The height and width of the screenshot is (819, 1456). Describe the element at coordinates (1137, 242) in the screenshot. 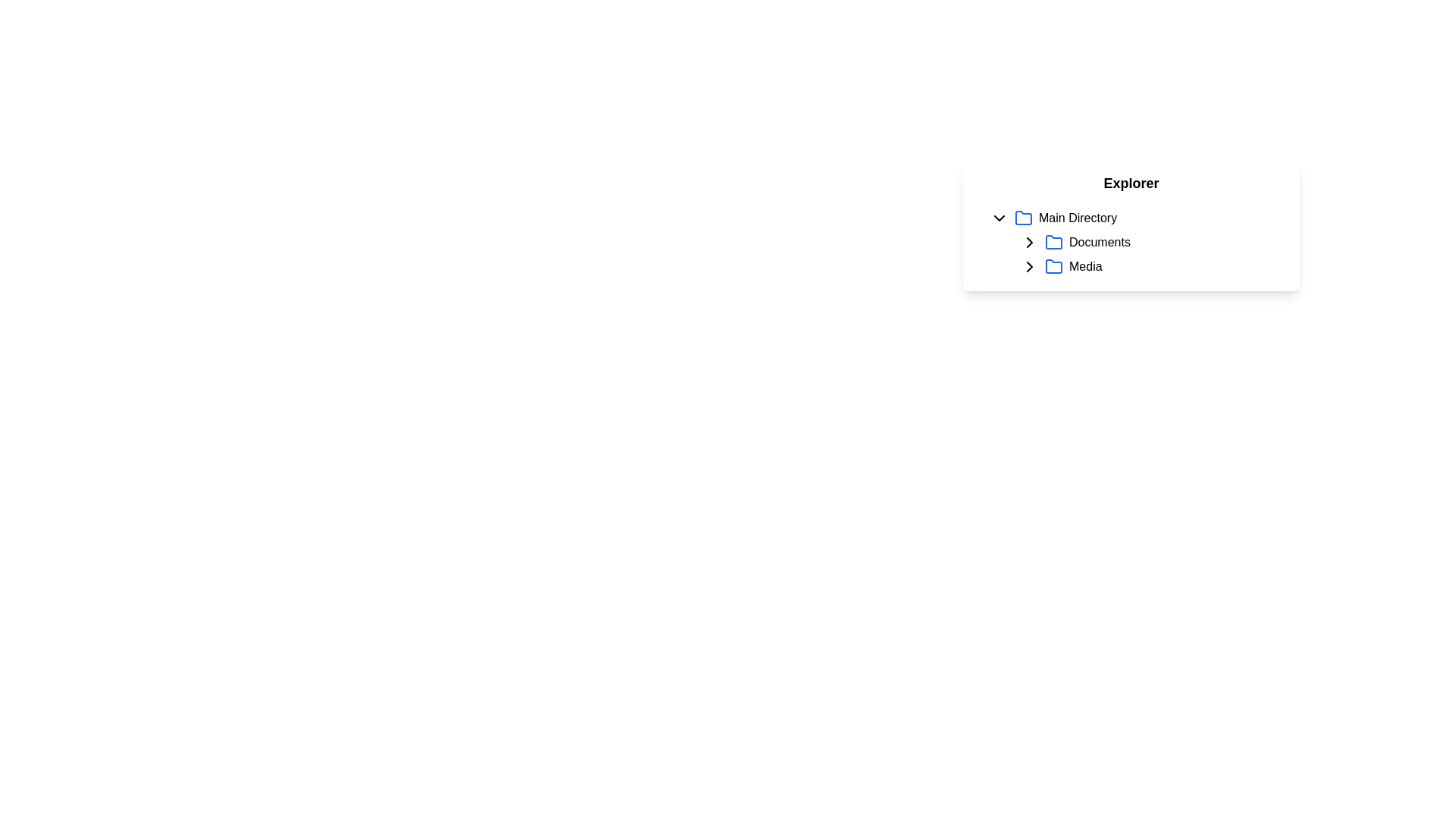

I see `the 'Documents' text label` at that location.